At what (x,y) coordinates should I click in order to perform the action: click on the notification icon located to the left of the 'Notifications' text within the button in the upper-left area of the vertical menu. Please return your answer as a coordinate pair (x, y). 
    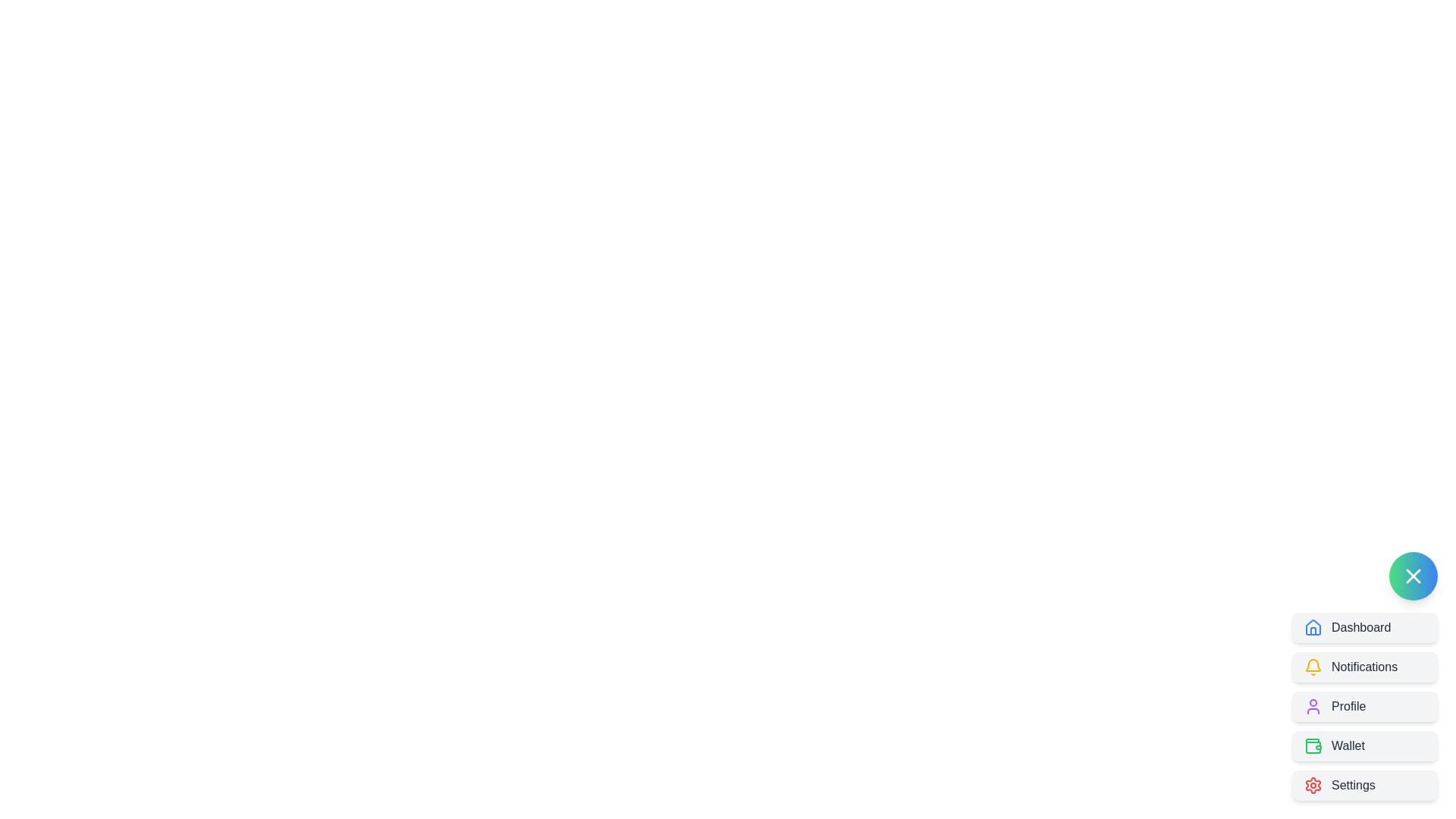
    Looking at the image, I should click on (1313, 666).